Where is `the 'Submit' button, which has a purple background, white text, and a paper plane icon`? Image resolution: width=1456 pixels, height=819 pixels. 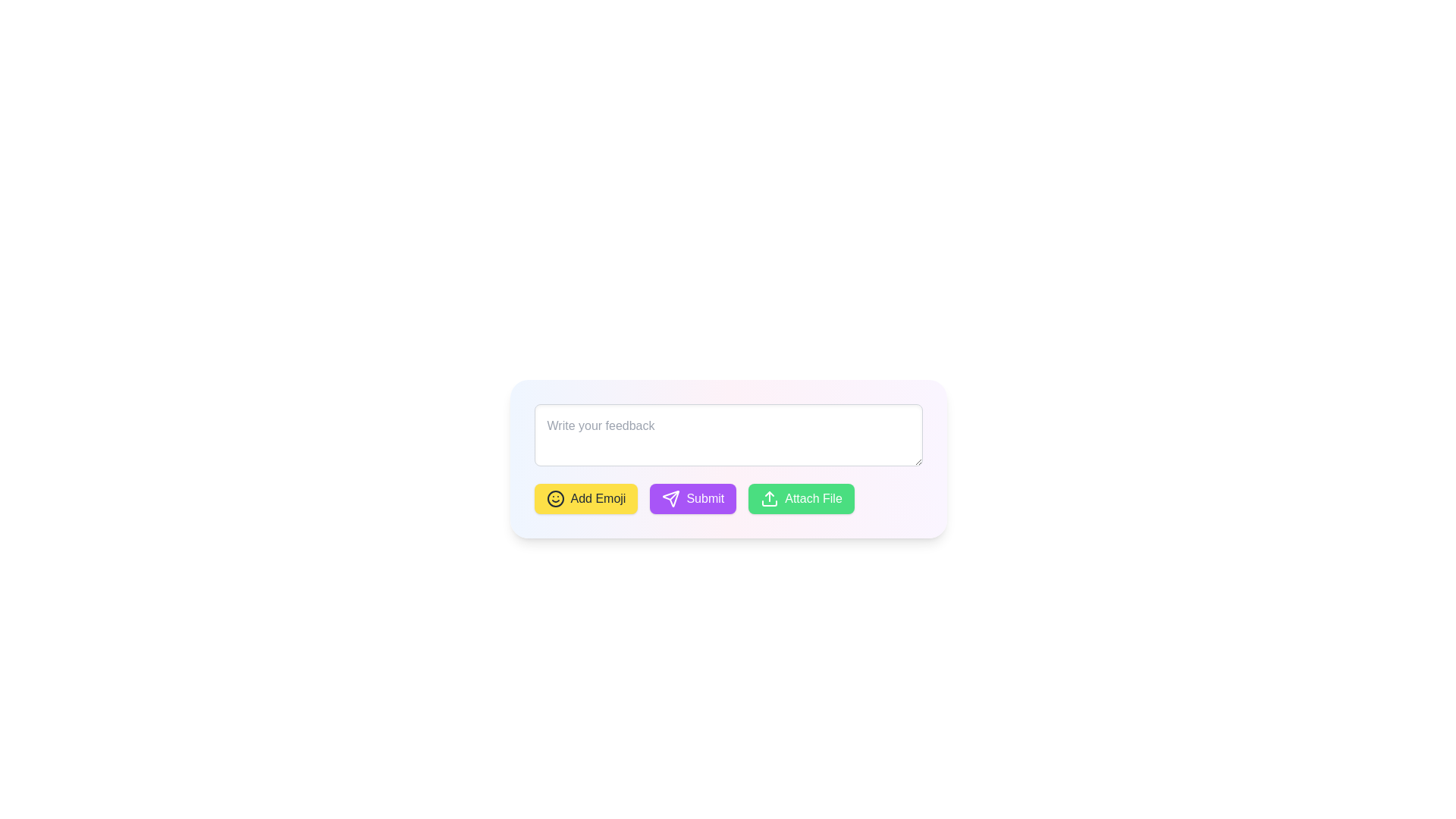
the 'Submit' button, which has a purple background, white text, and a paper plane icon is located at coordinates (728, 499).